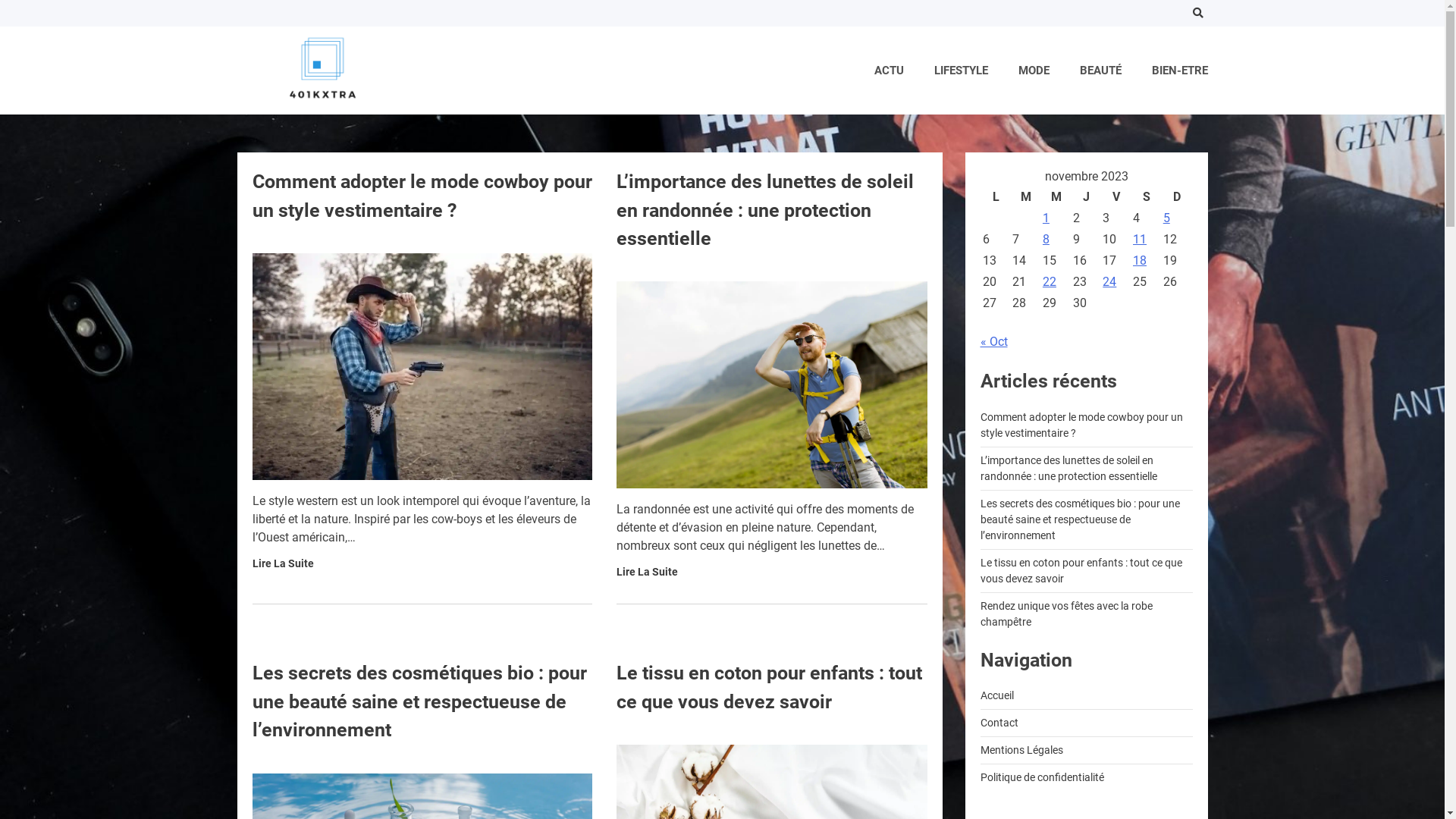  Describe the element at coordinates (960, 71) in the screenshot. I see `'LIFESTYLE'` at that location.